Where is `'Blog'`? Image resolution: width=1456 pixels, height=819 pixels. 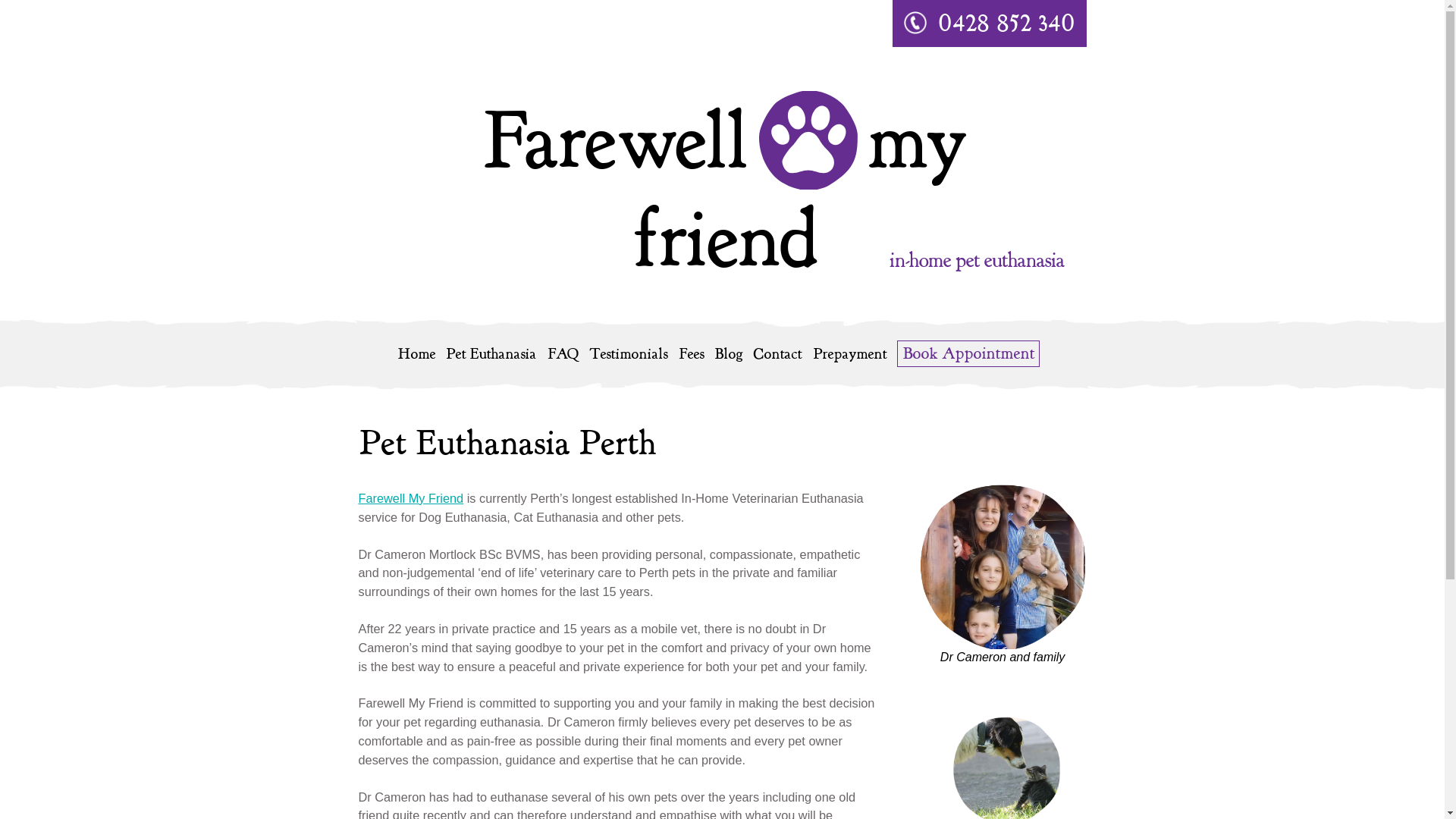 'Blog' is located at coordinates (728, 354).